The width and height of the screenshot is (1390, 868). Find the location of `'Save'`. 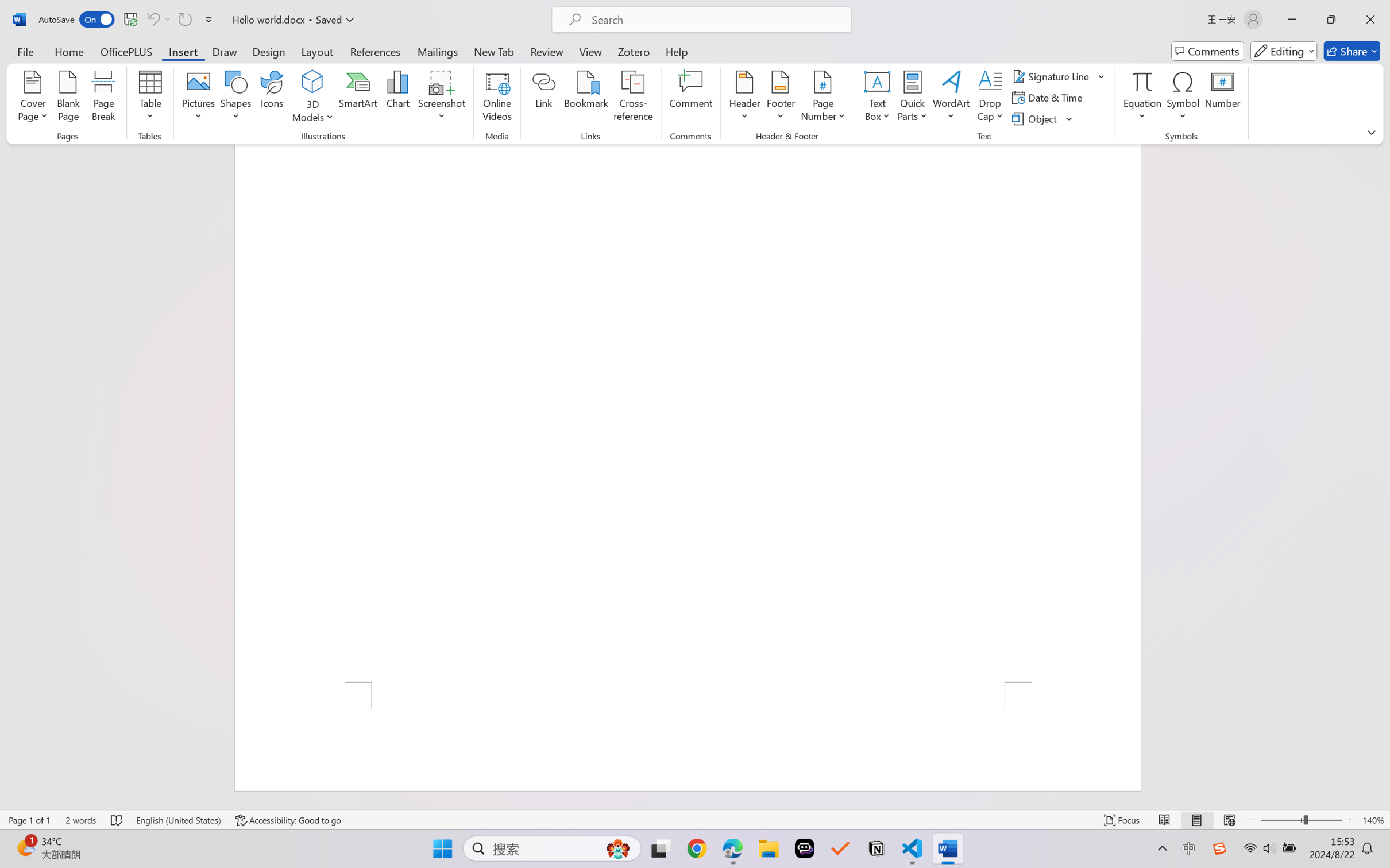

'Save' is located at coordinates (130, 19).